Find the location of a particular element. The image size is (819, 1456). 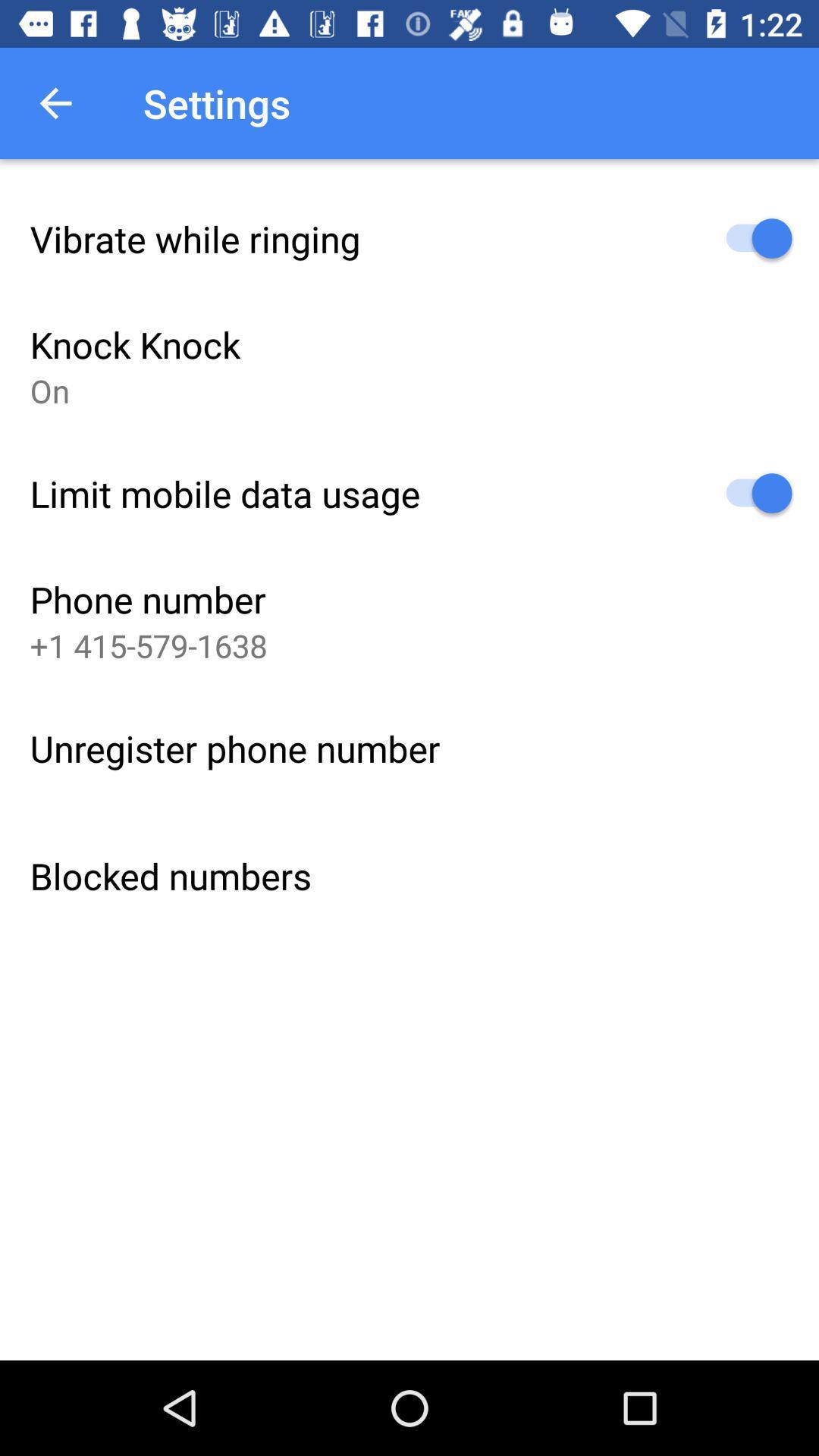

on item is located at coordinates (49, 391).